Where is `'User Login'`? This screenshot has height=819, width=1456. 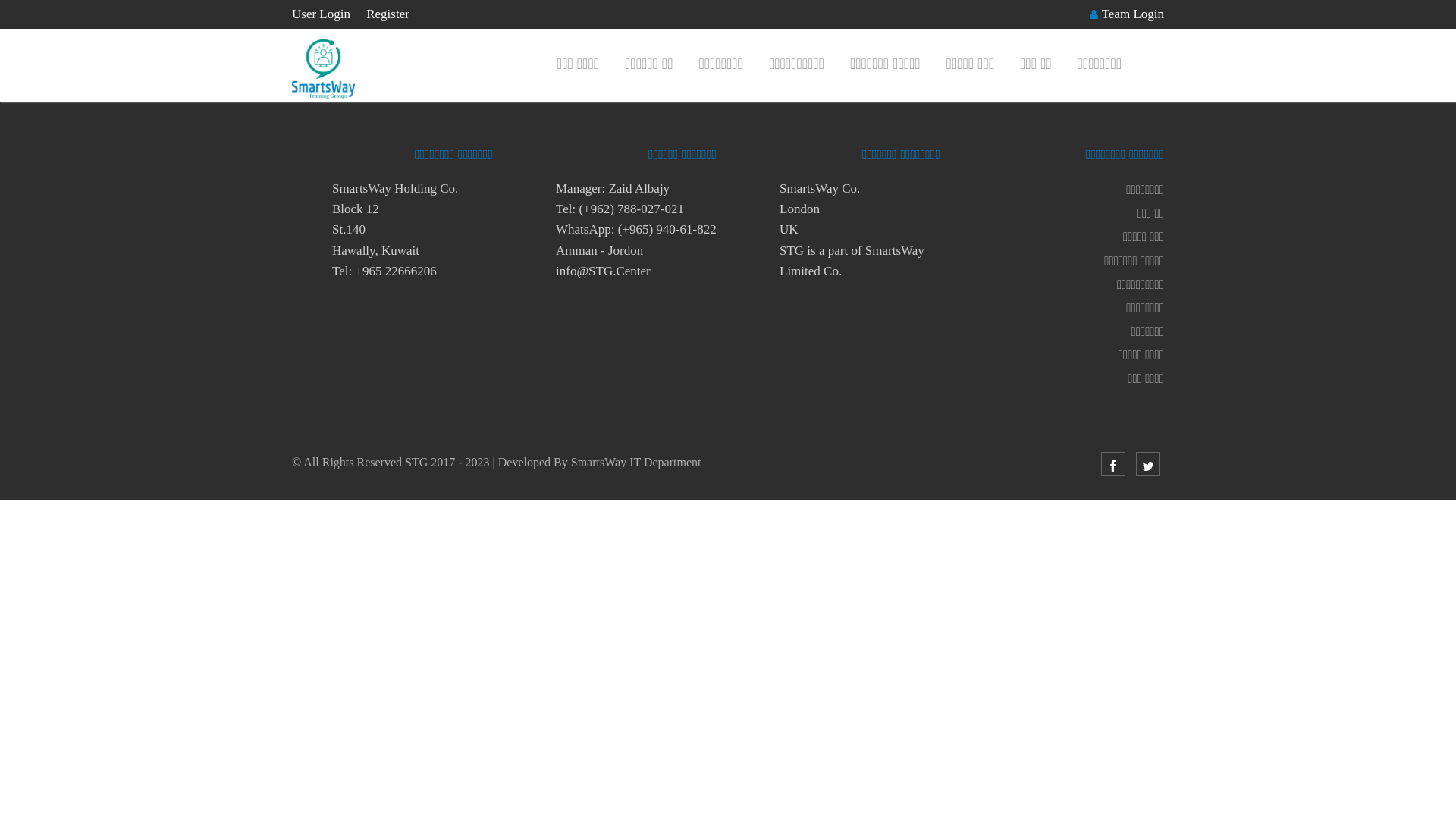
'User Login' is located at coordinates (320, 14).